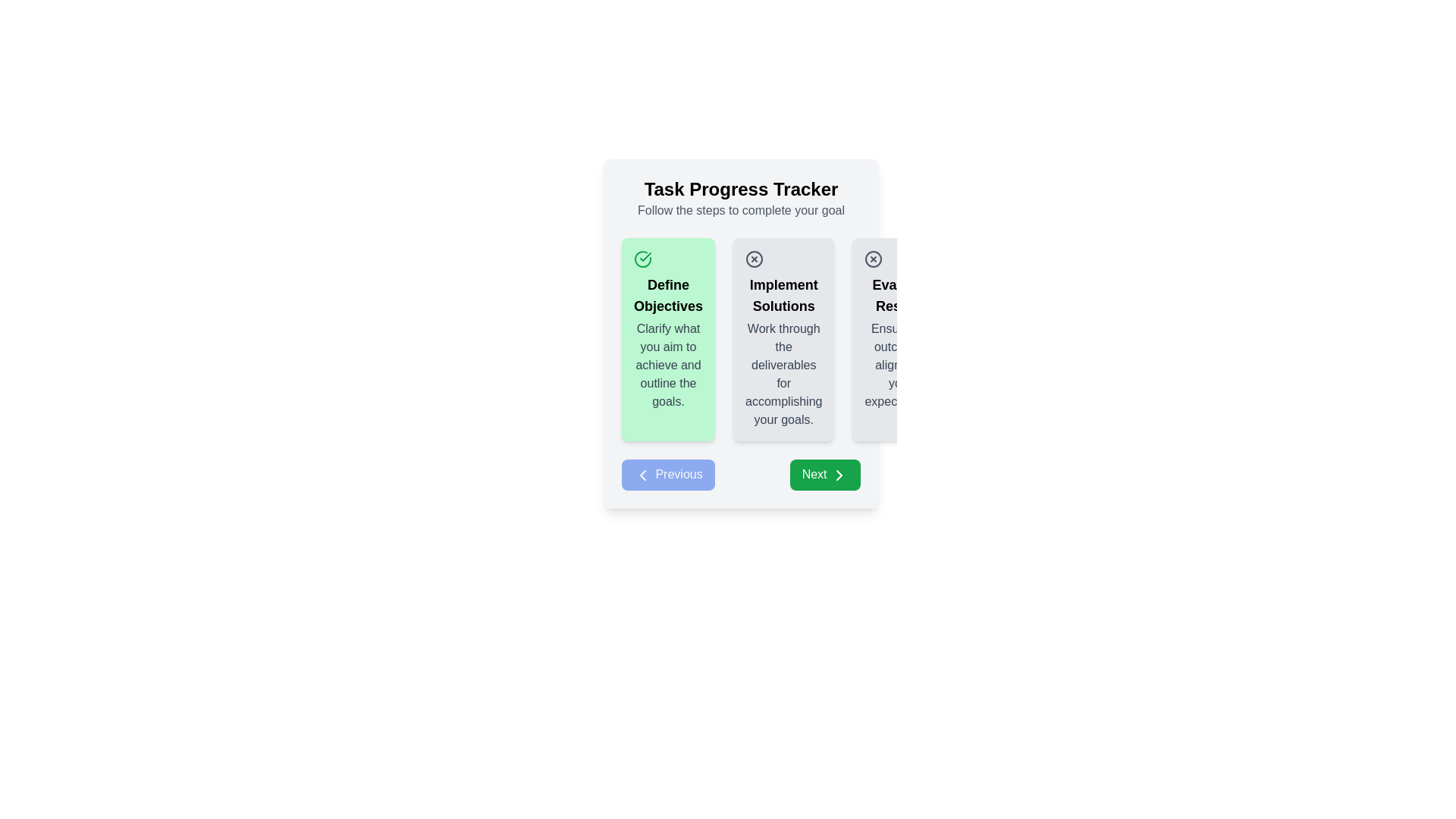 This screenshot has width=1456, height=819. I want to click on the second step card titled 'Implement Solutions' in the task progress tracker to trigger UI effects, so click(783, 338).